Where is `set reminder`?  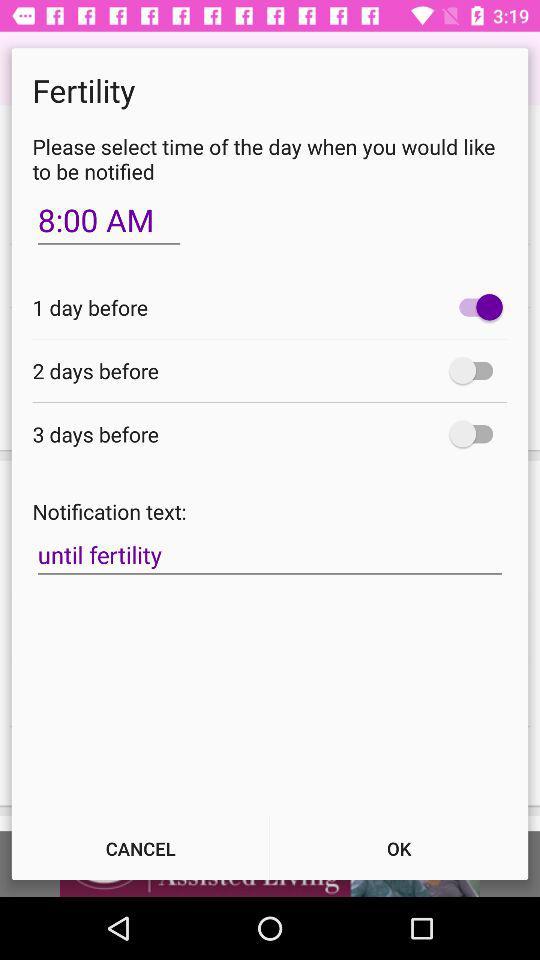 set reminder is located at coordinates (475, 369).